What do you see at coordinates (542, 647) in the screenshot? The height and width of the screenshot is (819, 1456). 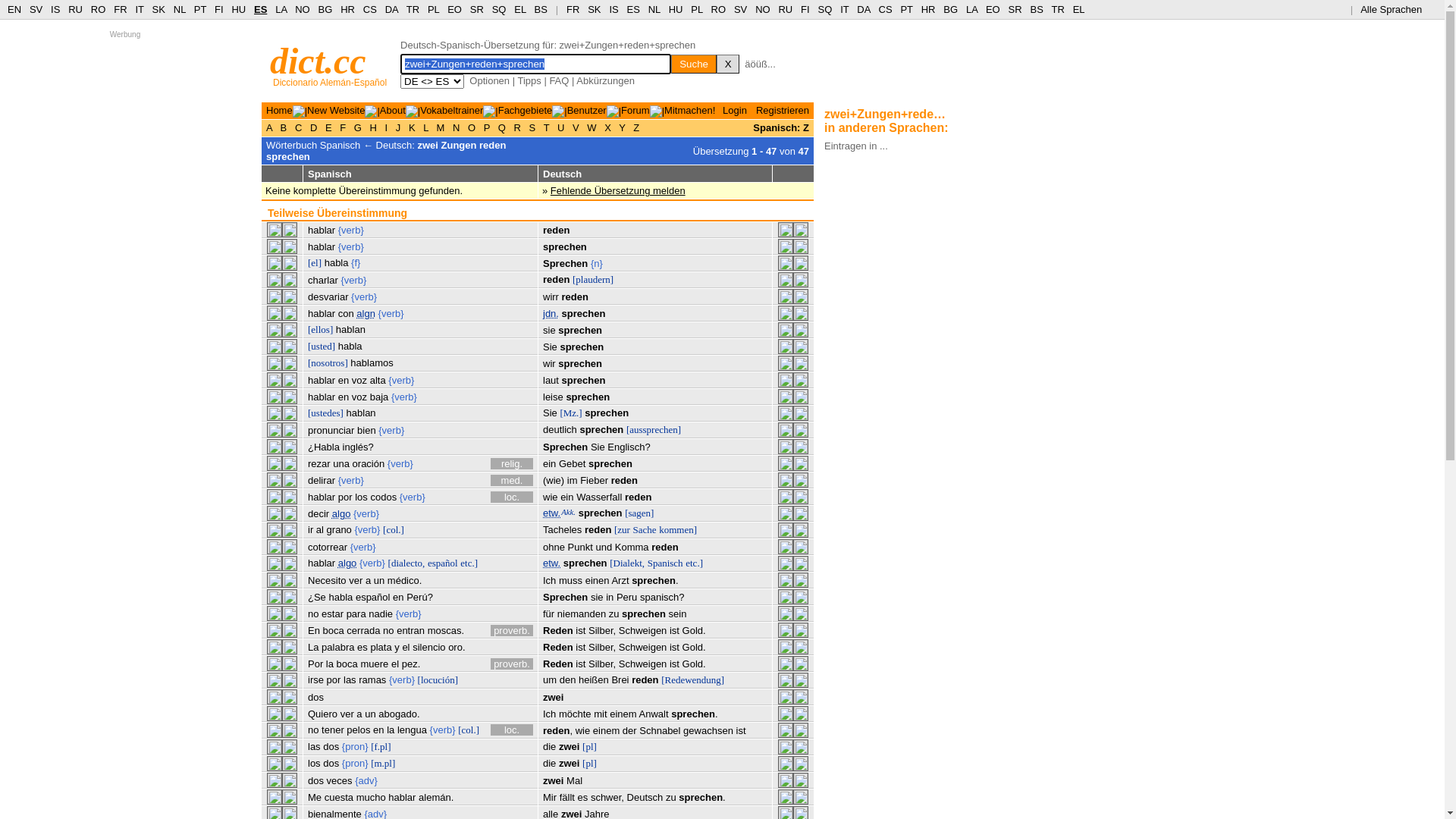 I see `'Reden'` at bounding box center [542, 647].